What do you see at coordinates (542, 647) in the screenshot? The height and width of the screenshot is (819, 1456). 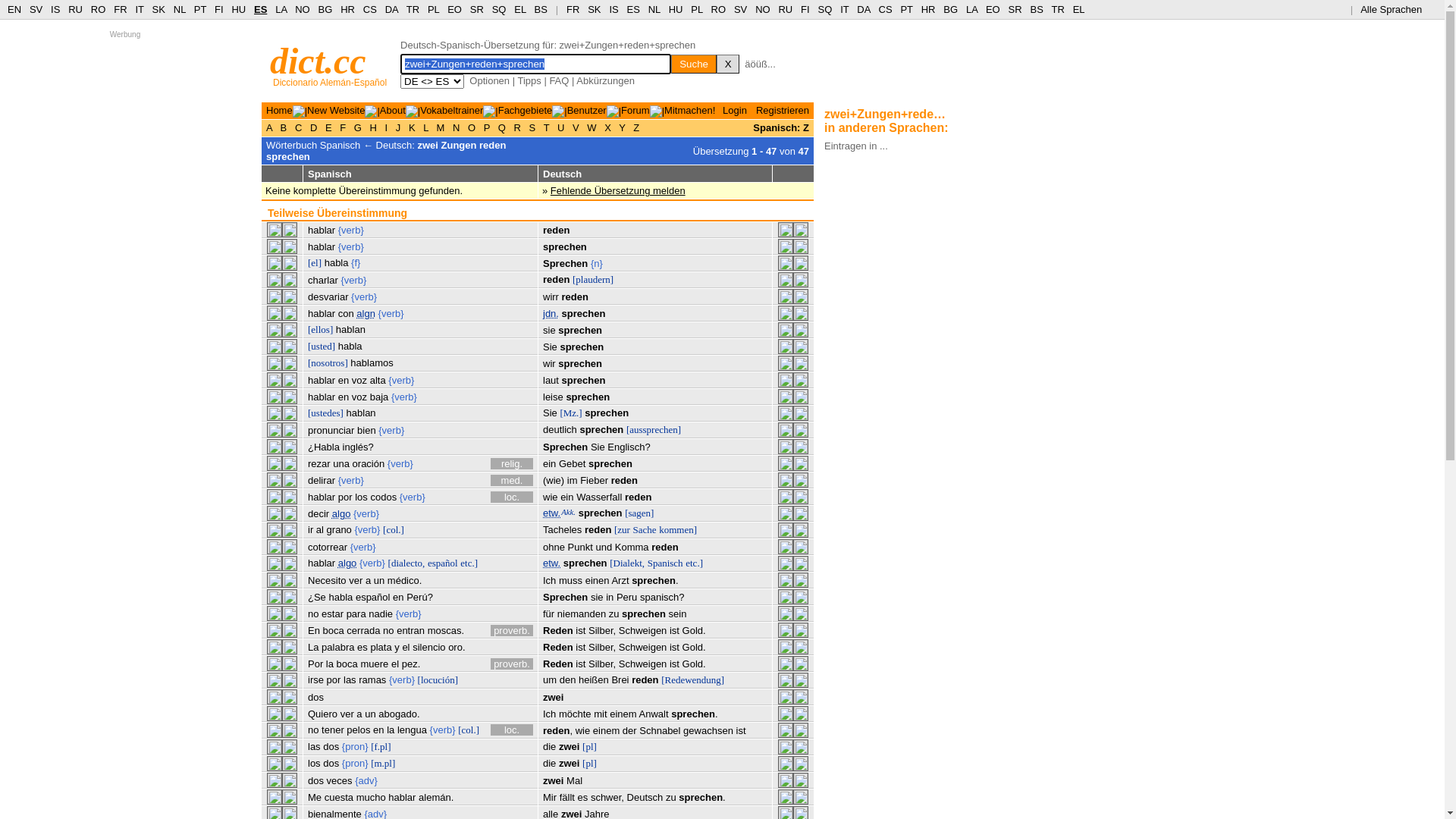 I see `'Reden'` at bounding box center [542, 647].